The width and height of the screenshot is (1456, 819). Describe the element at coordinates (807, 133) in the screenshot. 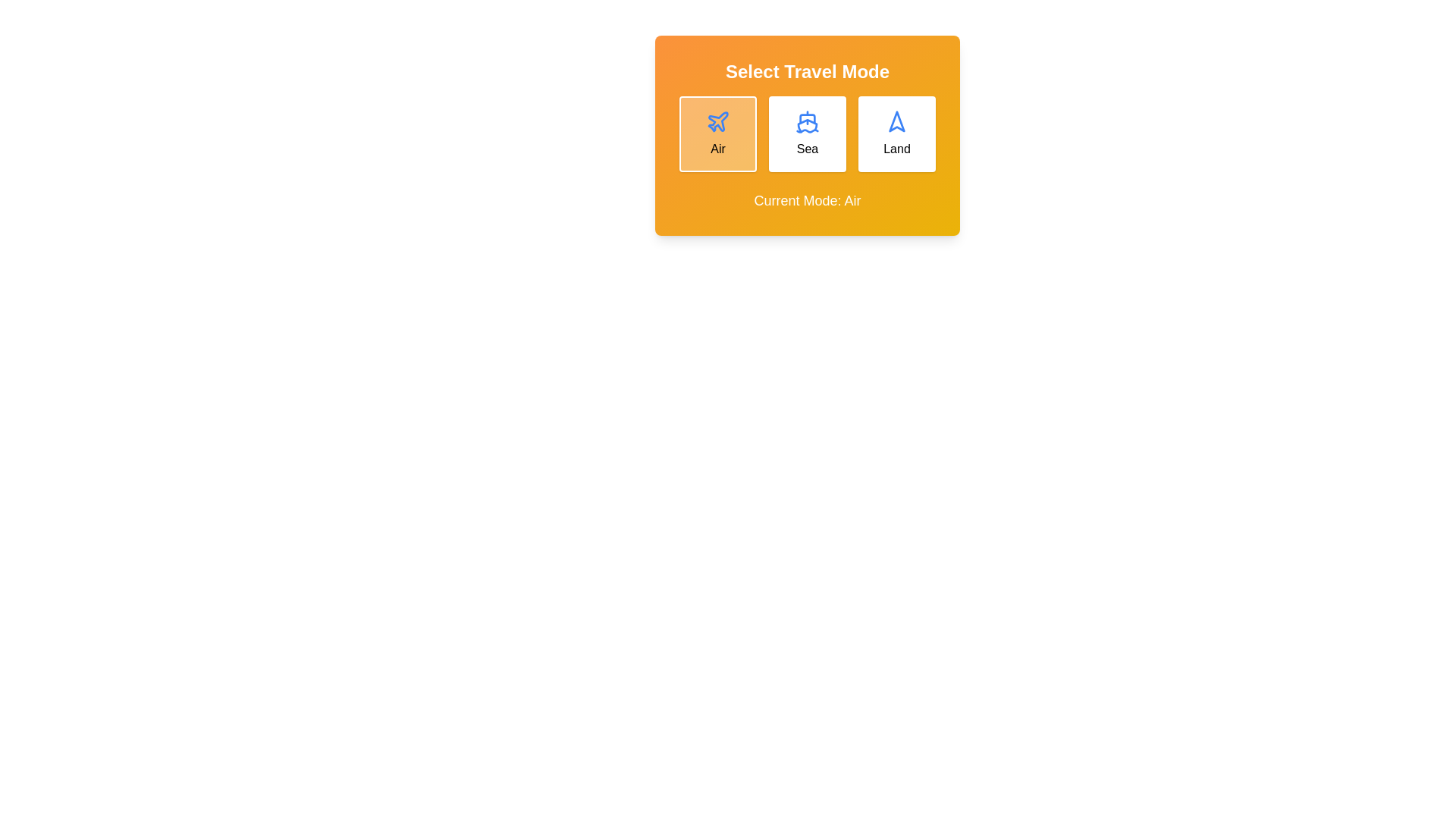

I see `the button corresponding to the travel mode Sea` at that location.